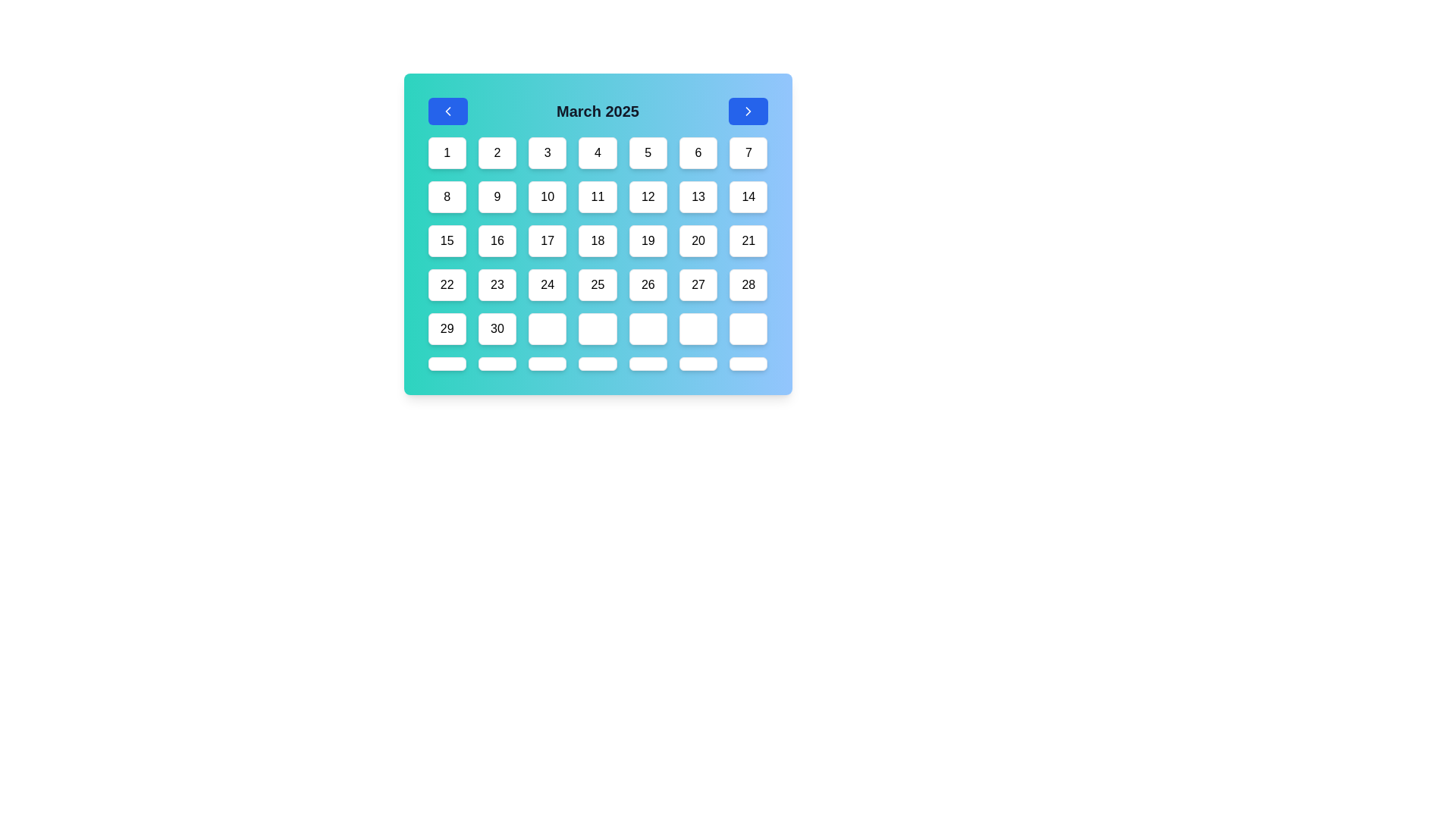 This screenshot has width=1456, height=819. Describe the element at coordinates (597, 110) in the screenshot. I see `the header displaying 'March 2025', which is positioned at the top-center of the calendar interface, above the navigation buttons` at that location.